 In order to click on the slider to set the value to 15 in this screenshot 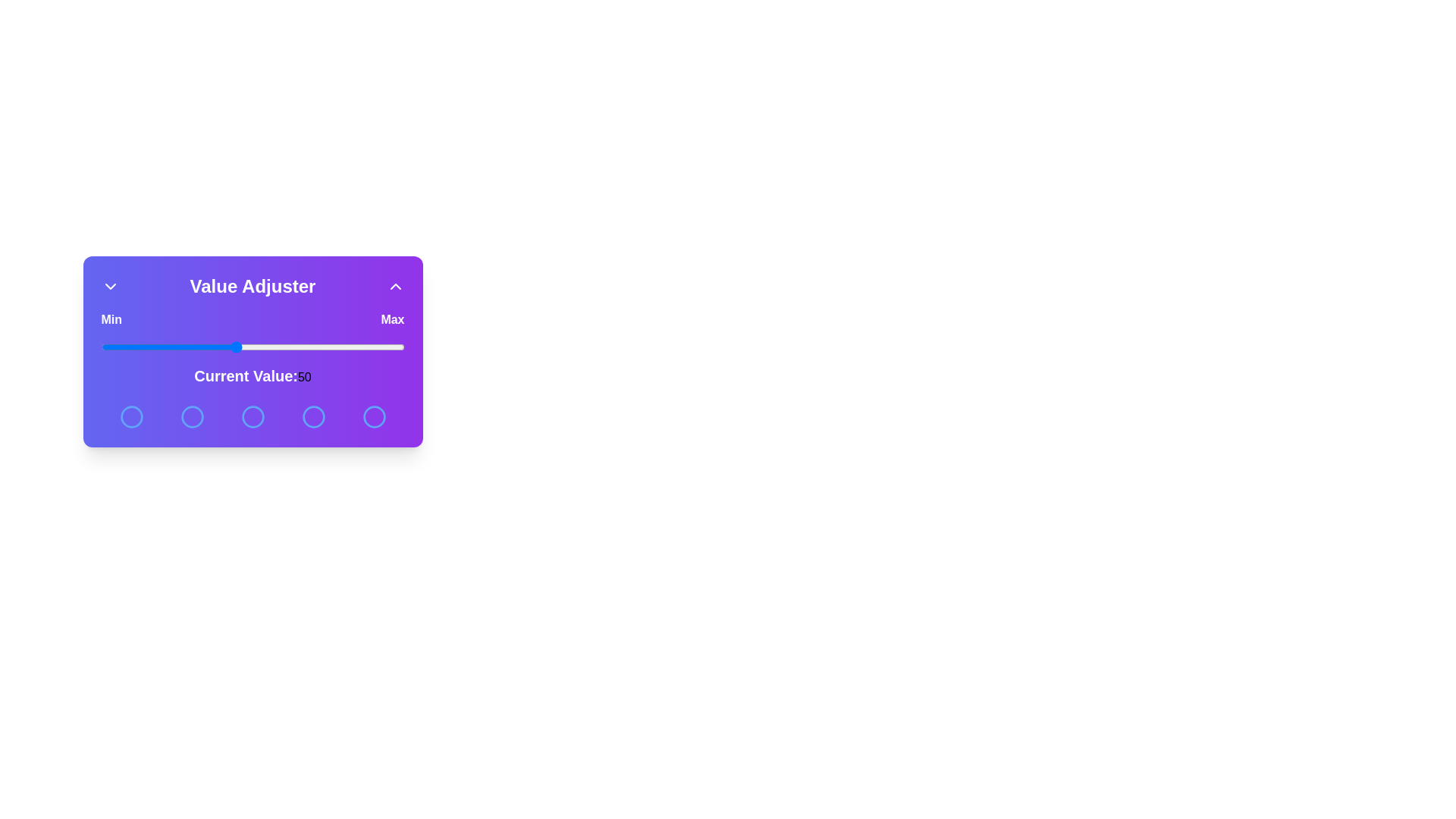, I will do `click(117, 347)`.